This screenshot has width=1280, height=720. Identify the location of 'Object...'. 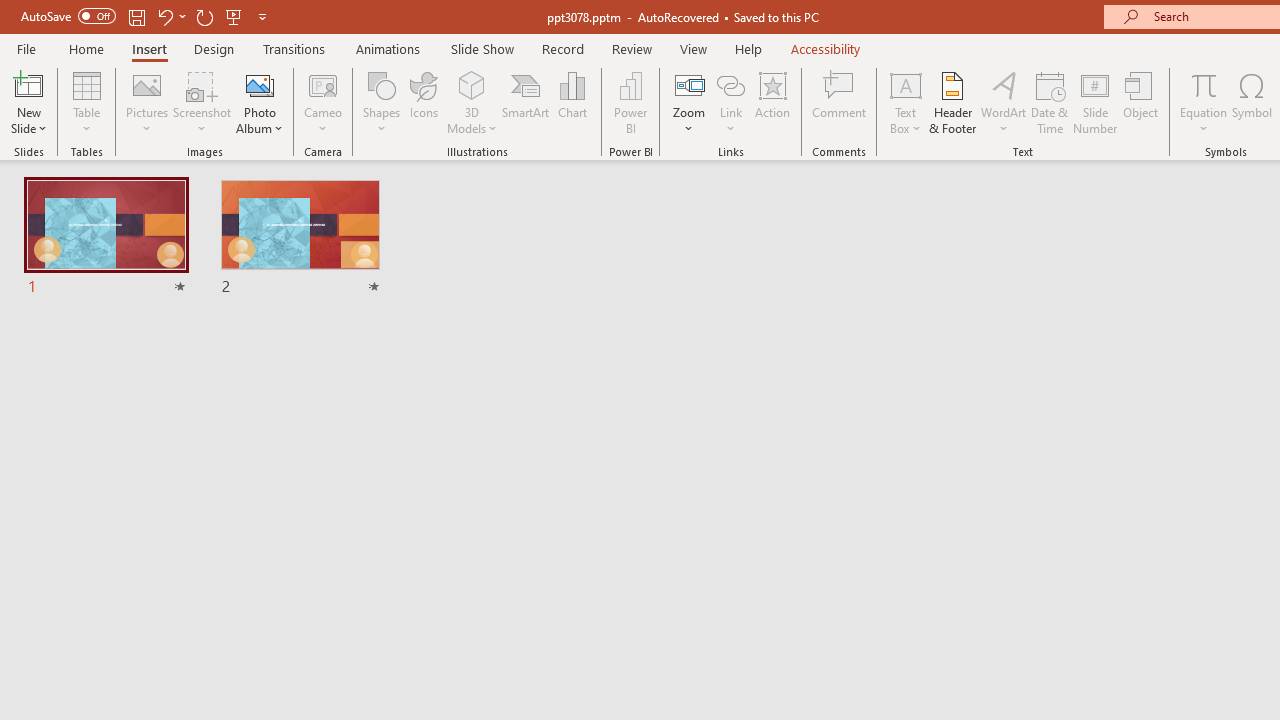
(1141, 103).